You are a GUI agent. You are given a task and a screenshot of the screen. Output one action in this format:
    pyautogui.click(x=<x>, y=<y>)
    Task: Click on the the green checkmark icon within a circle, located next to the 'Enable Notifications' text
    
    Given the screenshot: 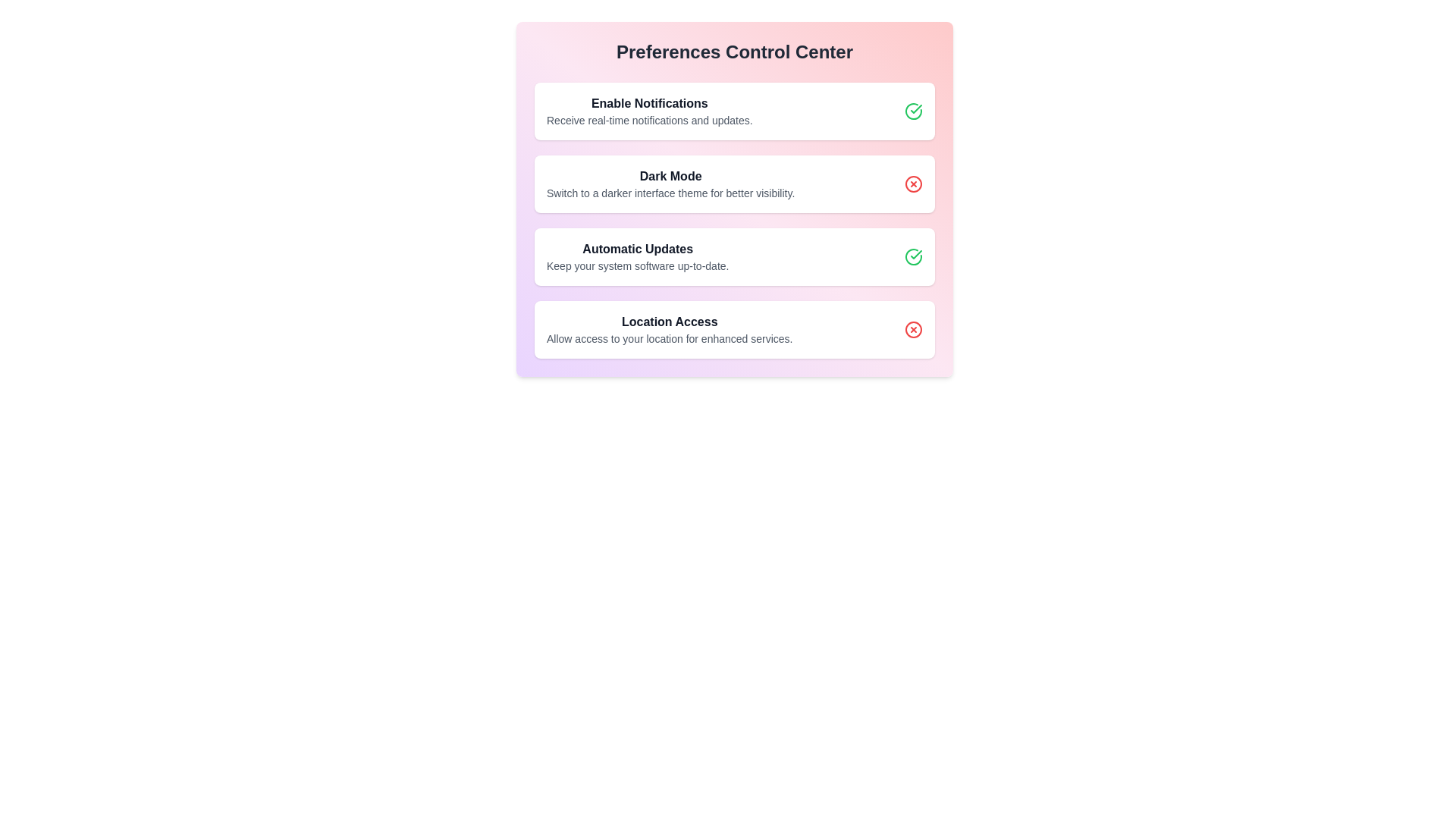 What is the action you would take?
    pyautogui.click(x=912, y=110)
    